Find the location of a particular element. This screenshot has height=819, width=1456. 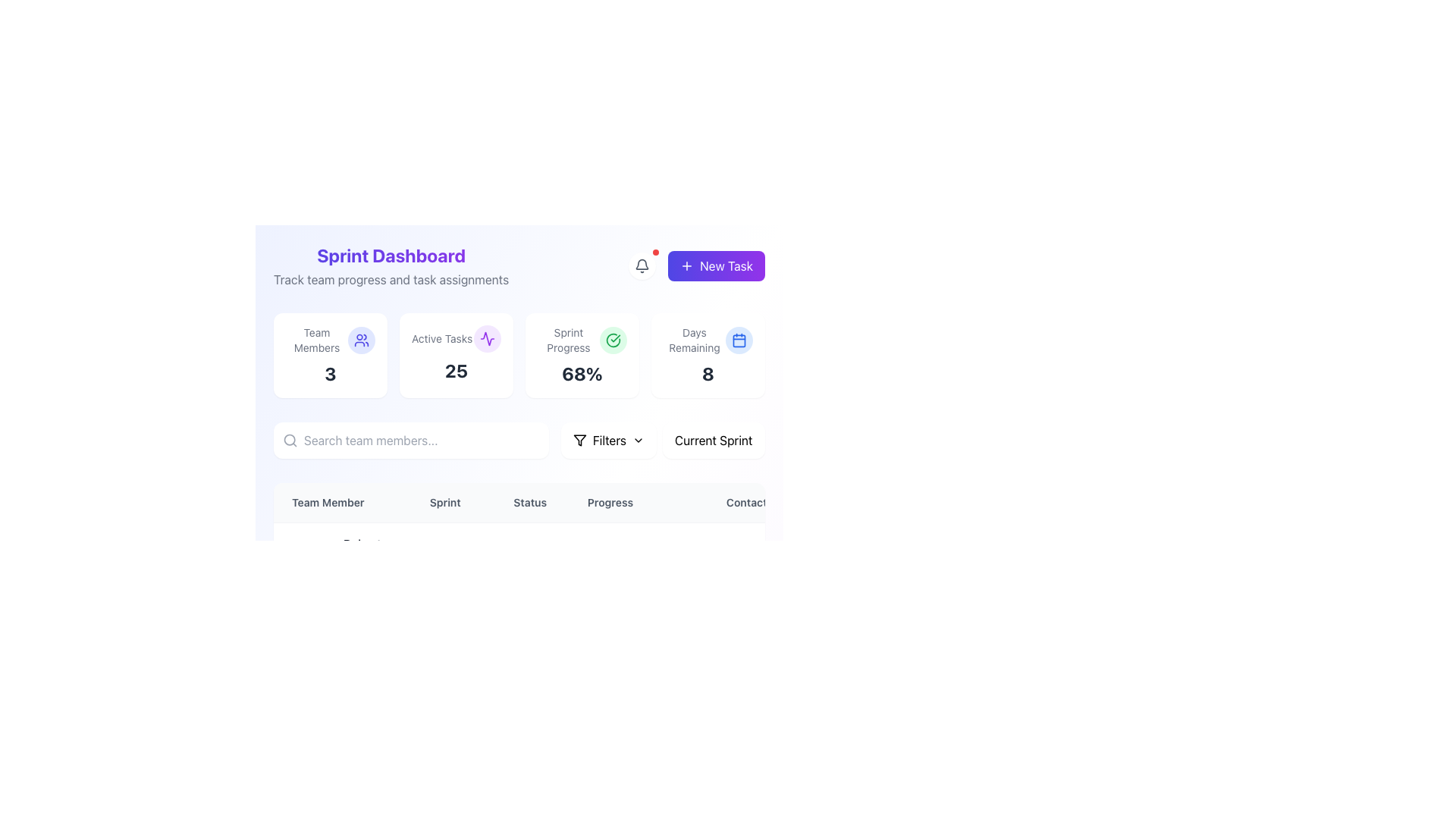

the Card component that summarizes progress in a sprint, indicating 68% completion, located in the third position within a grid layout at the top of the interface is located at coordinates (582, 356).